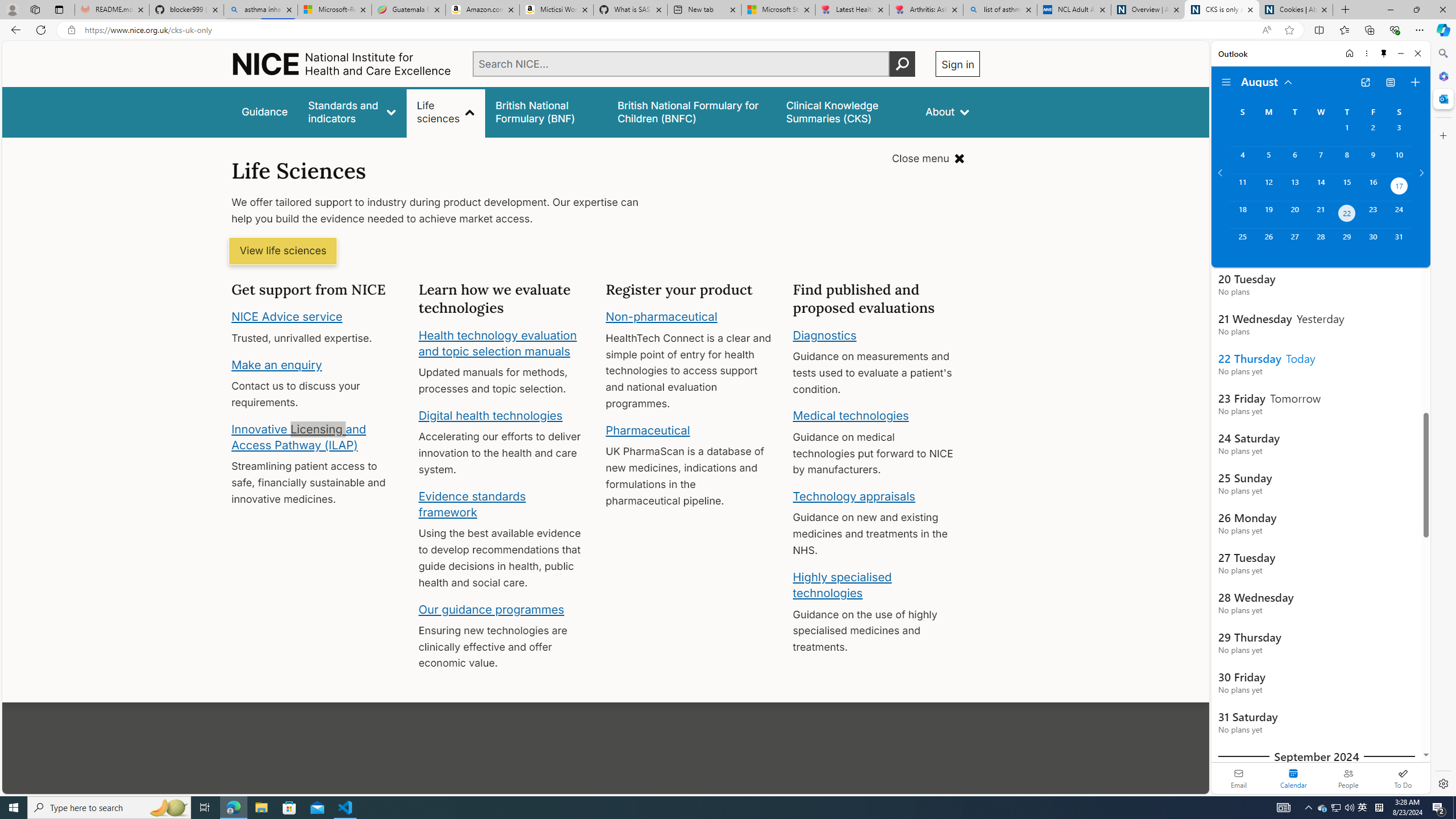 The height and width of the screenshot is (819, 1456). Describe the element at coordinates (1399, 187) in the screenshot. I see `'Saturday, August 17, 2024. Date selected. '` at that location.